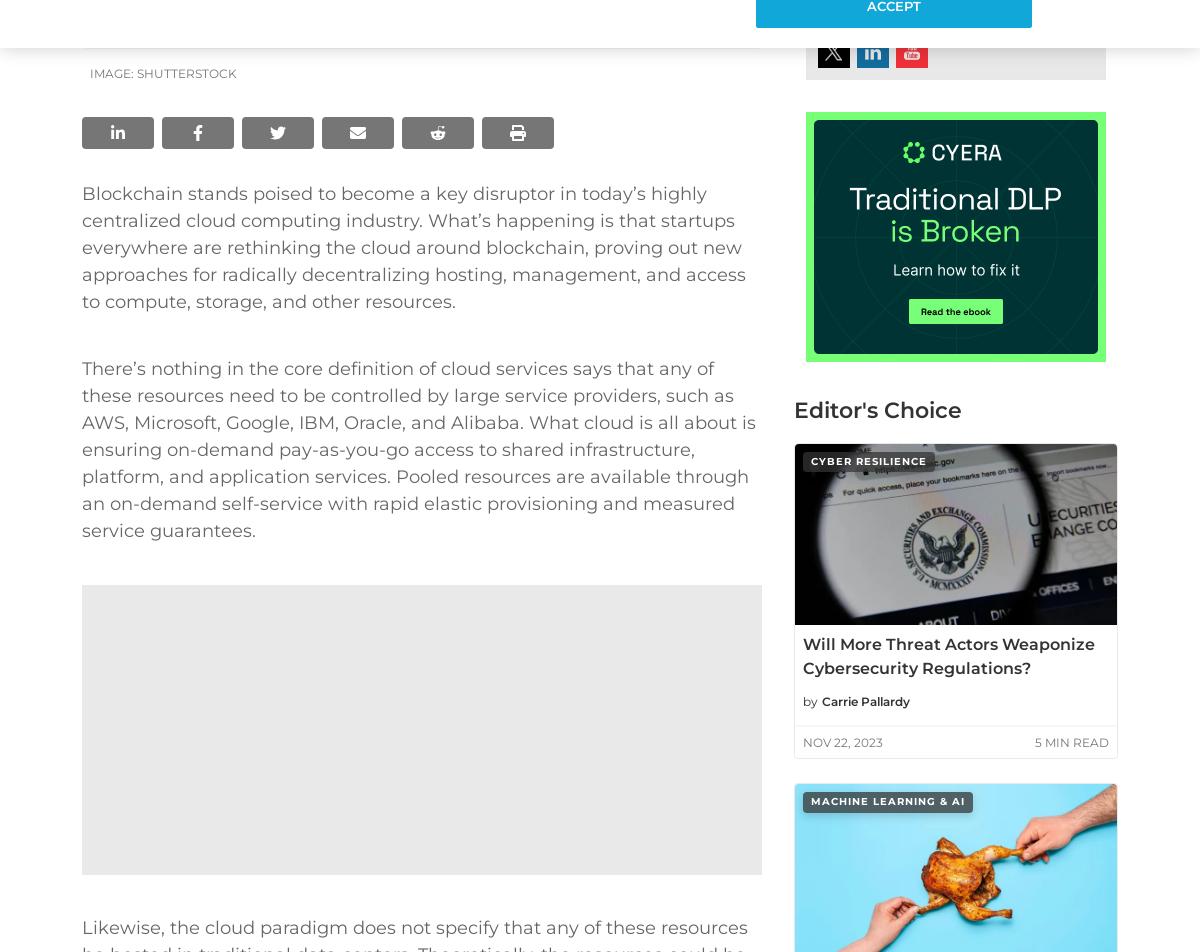  Describe the element at coordinates (887, 801) in the screenshot. I see `'Machine Learning & AI'` at that location.